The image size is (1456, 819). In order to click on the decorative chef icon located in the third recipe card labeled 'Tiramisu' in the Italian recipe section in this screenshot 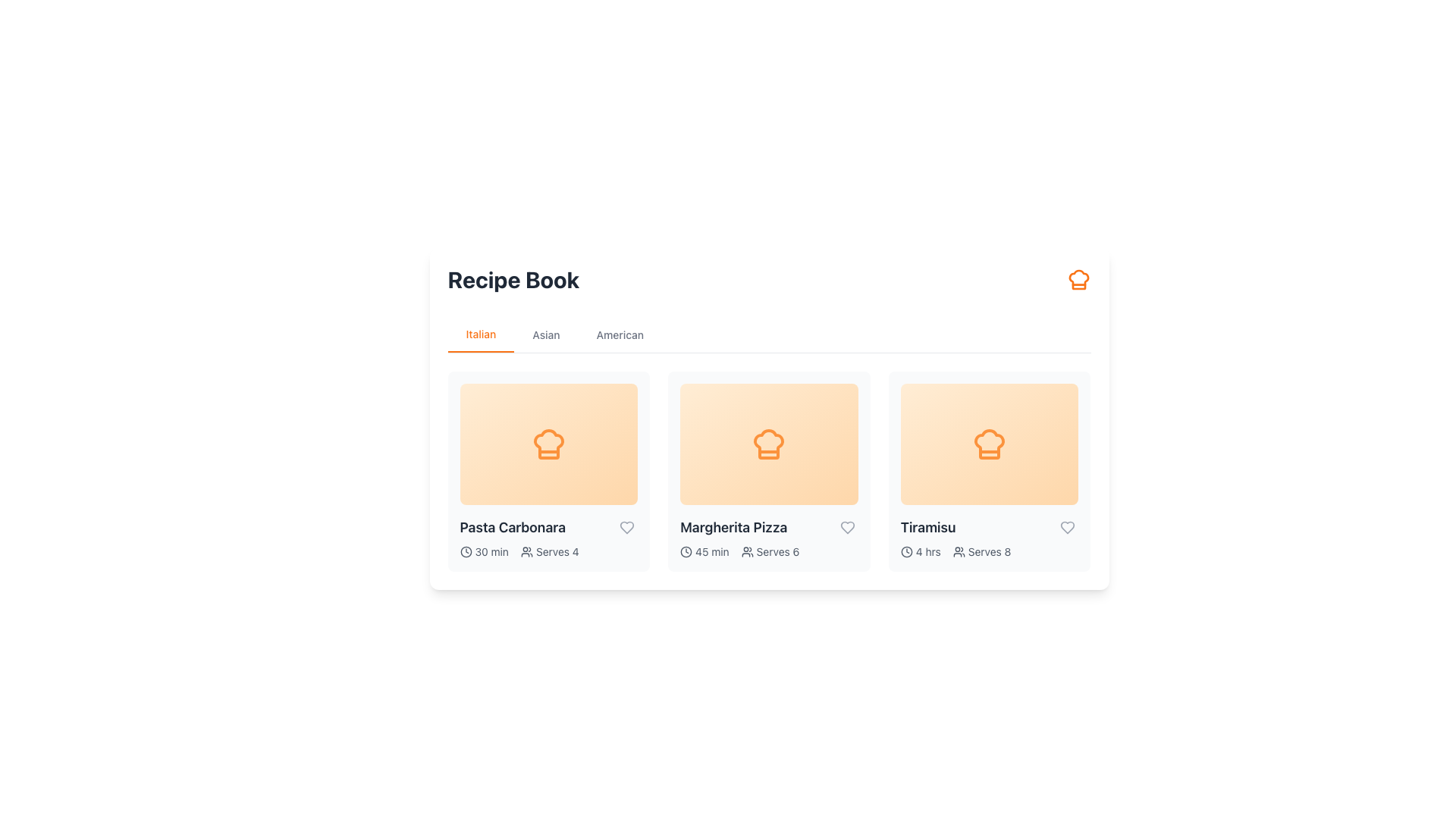, I will do `click(990, 444)`.